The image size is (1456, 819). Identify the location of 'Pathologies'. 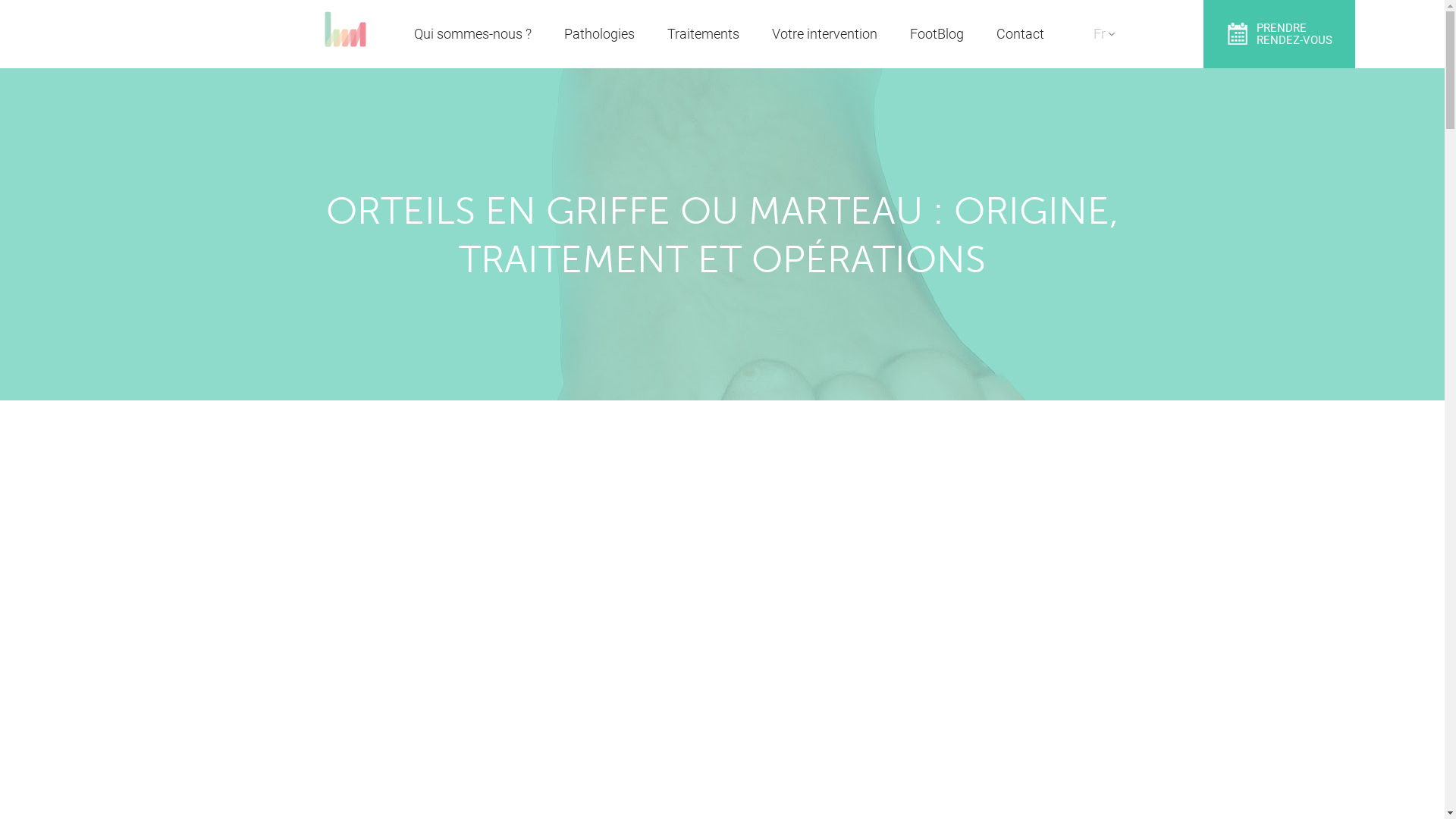
(598, 34).